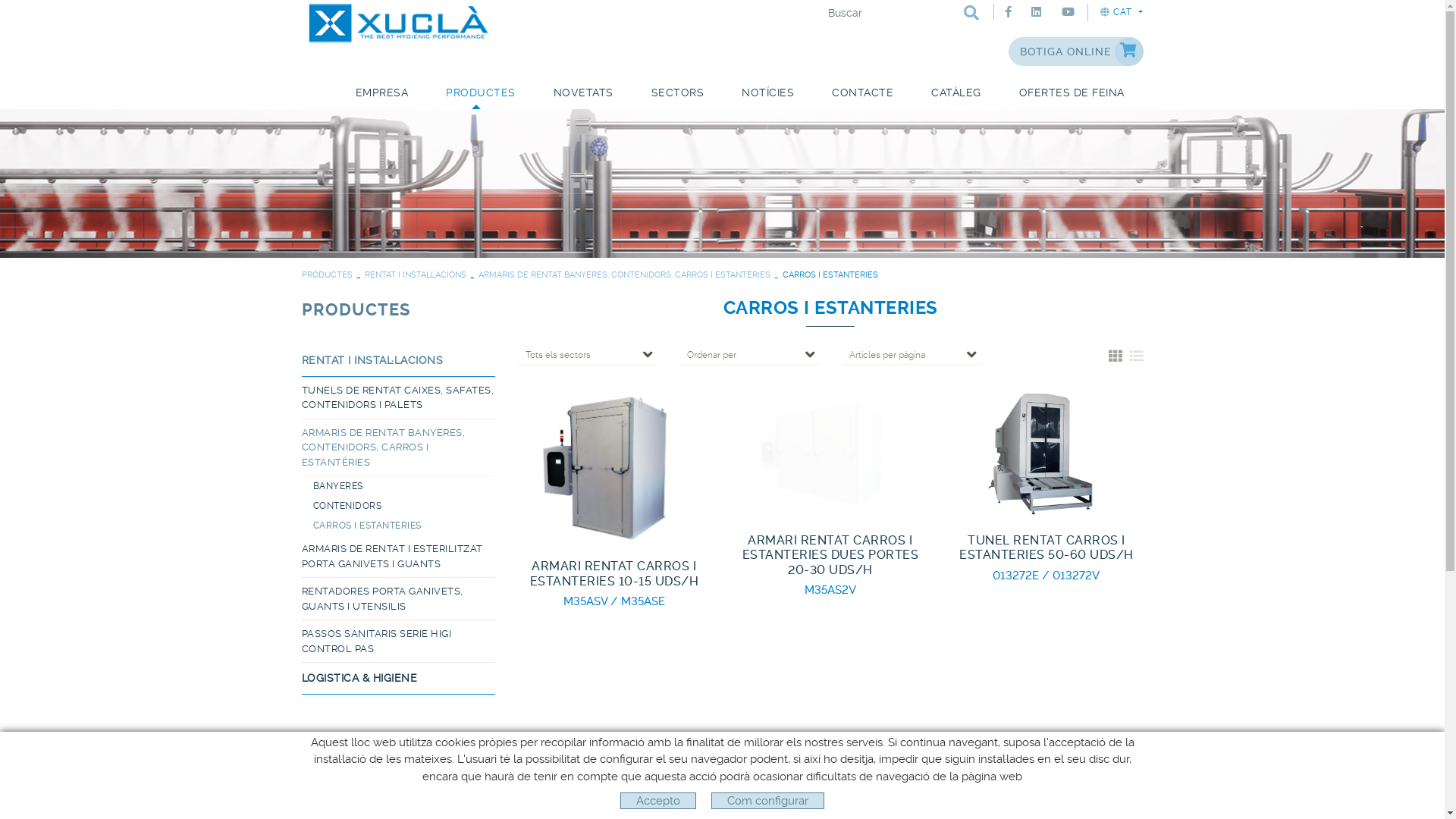 The height and width of the screenshot is (819, 1456). I want to click on 'CONTACTE', so click(862, 93).